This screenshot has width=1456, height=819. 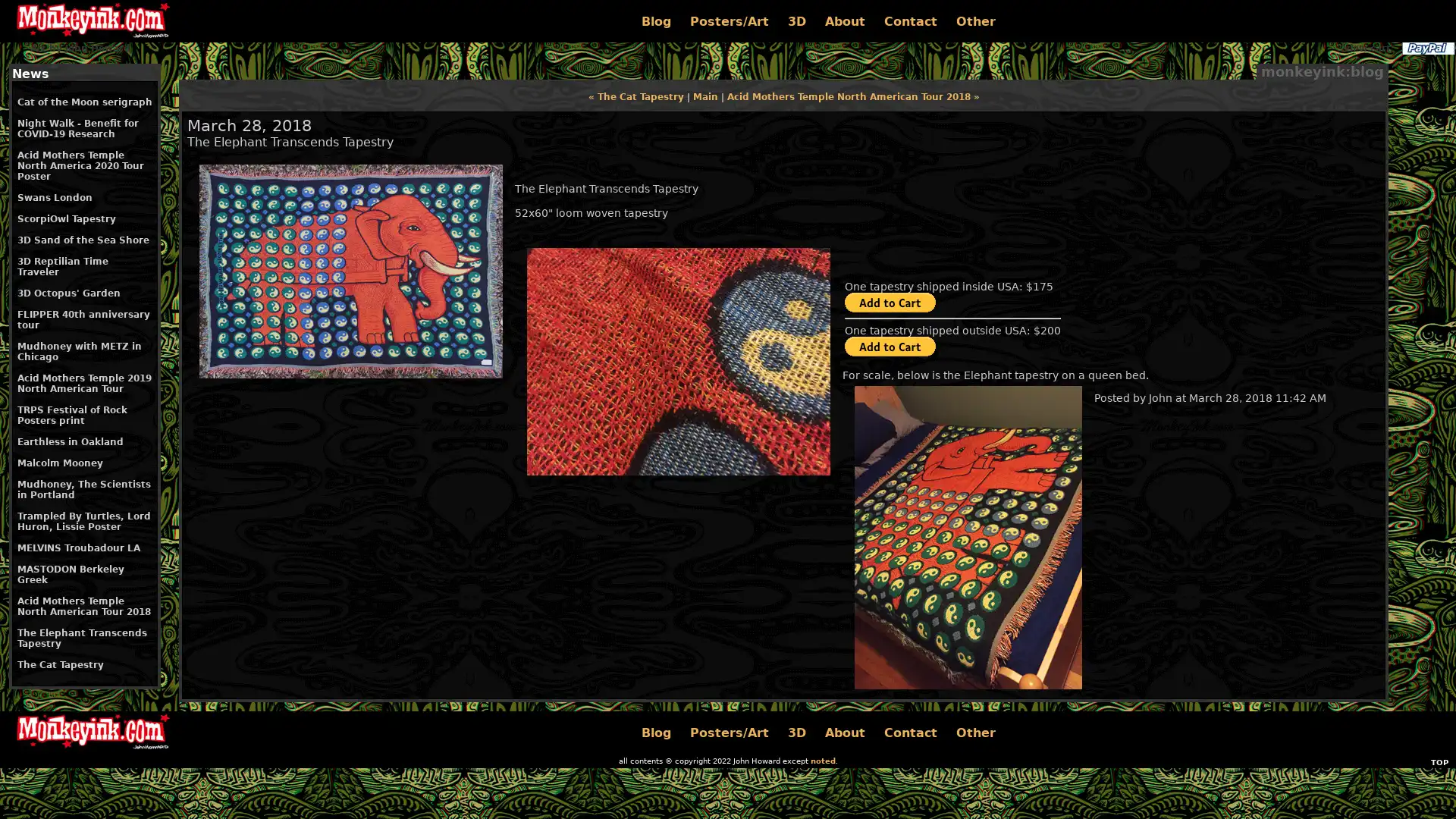 I want to click on PayPal - The safer, easier way to pay online!, so click(x=890, y=346).